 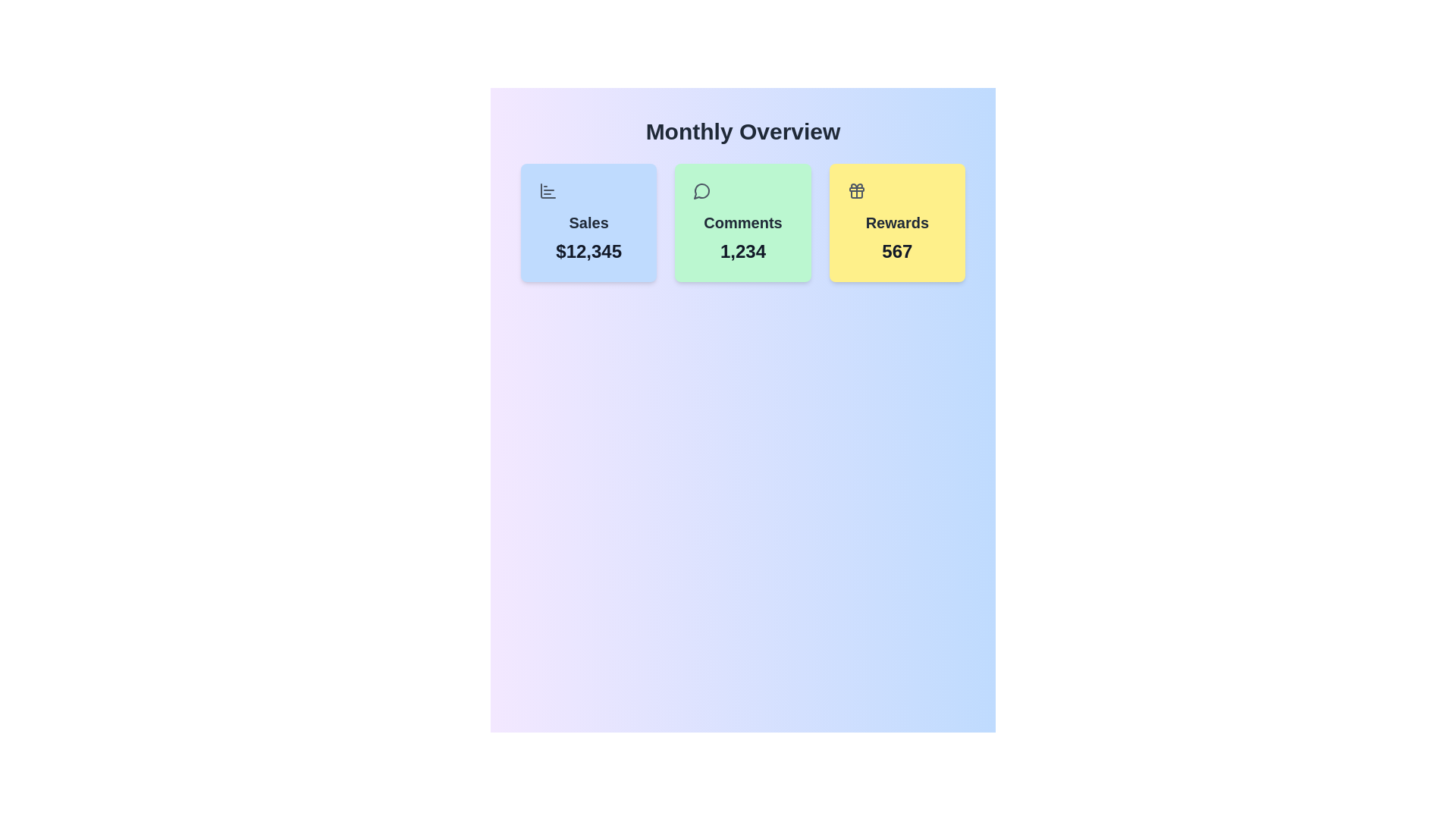 I want to click on the 'Comments' static text label, which is styled in bold dark gray on a light green background, located at the top of a green card in a three-card layout, so click(x=742, y=222).